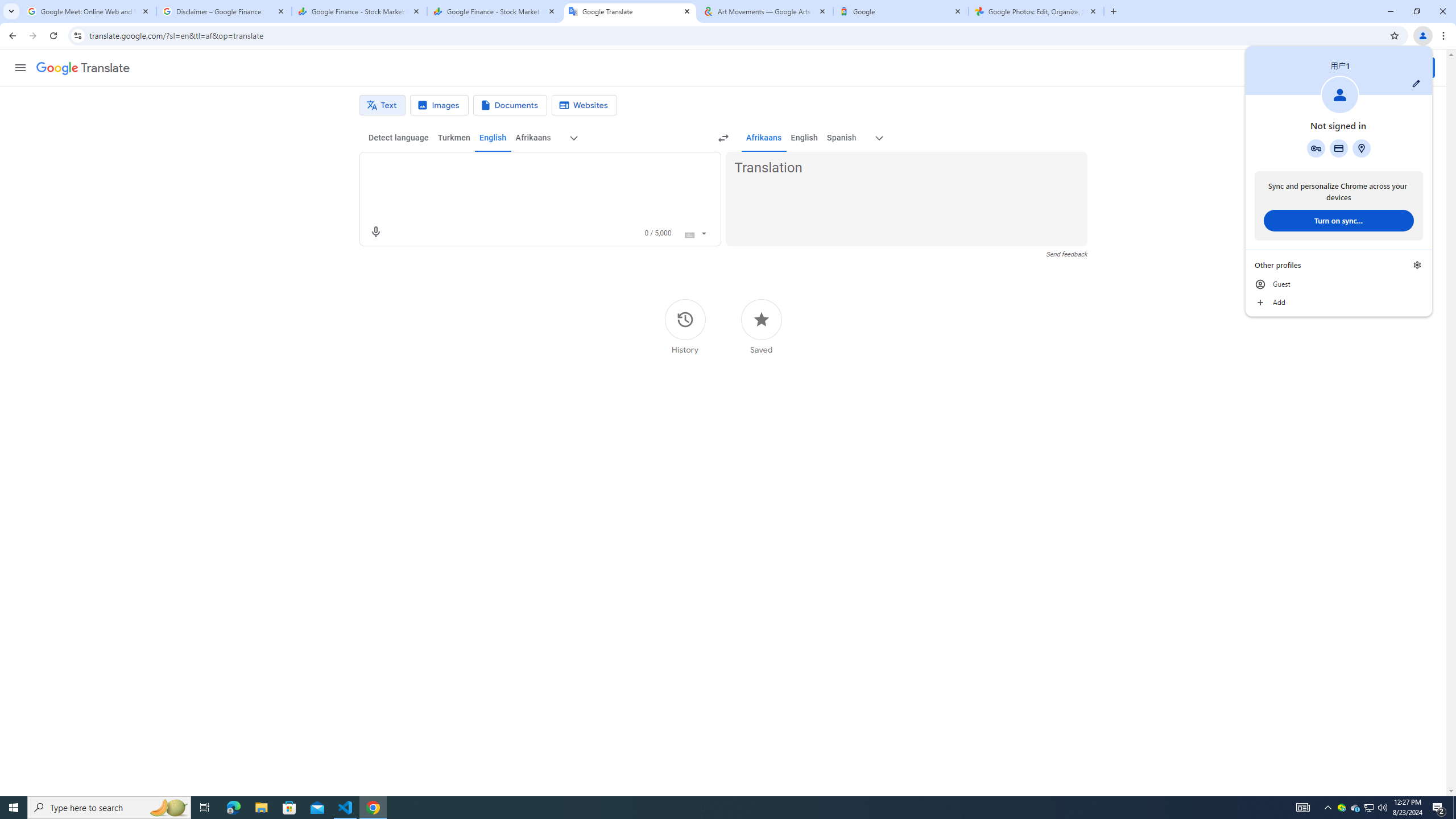  I want to click on 'Send feedback', so click(1066, 254).